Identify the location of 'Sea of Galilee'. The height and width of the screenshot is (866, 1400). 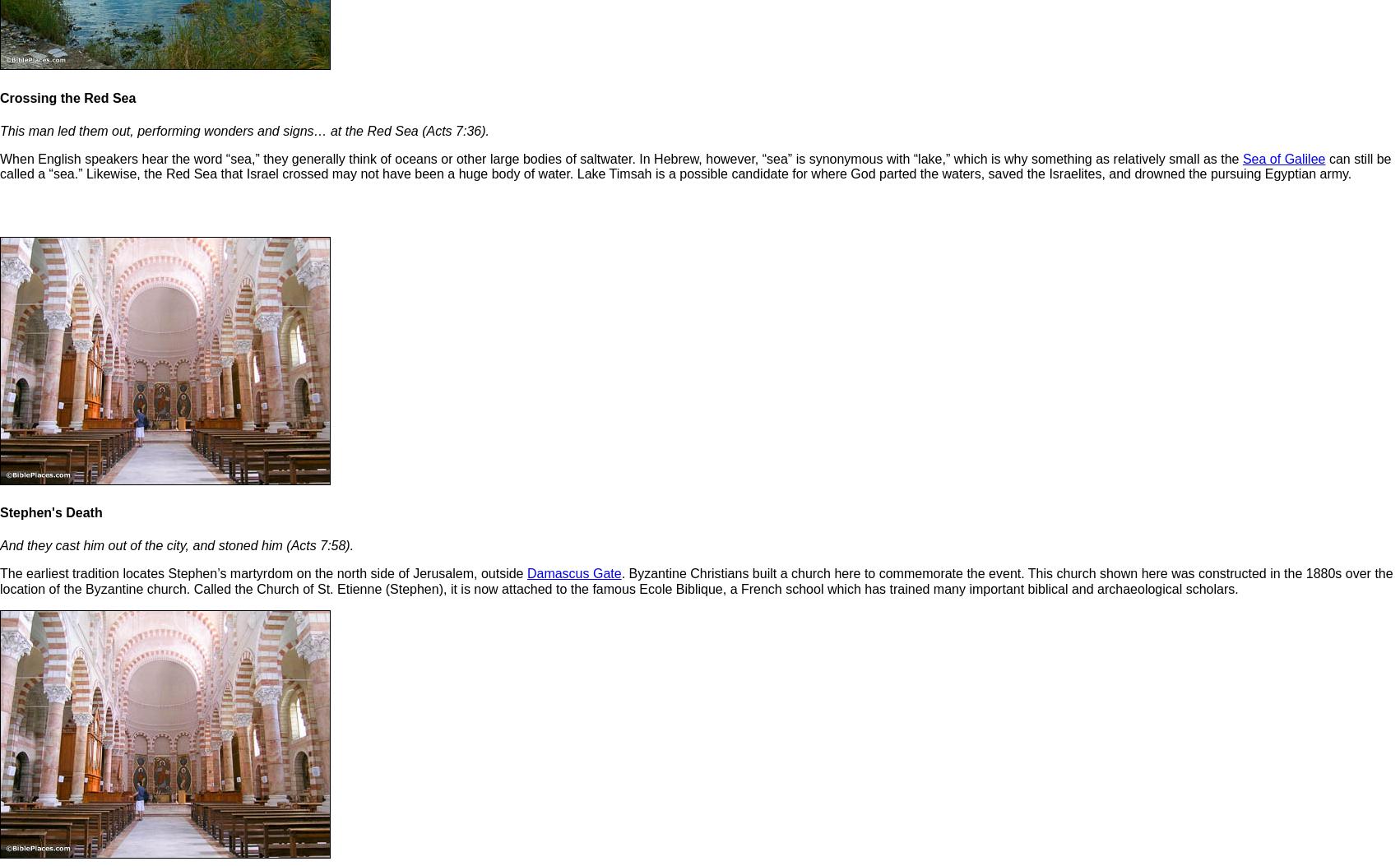
(1242, 158).